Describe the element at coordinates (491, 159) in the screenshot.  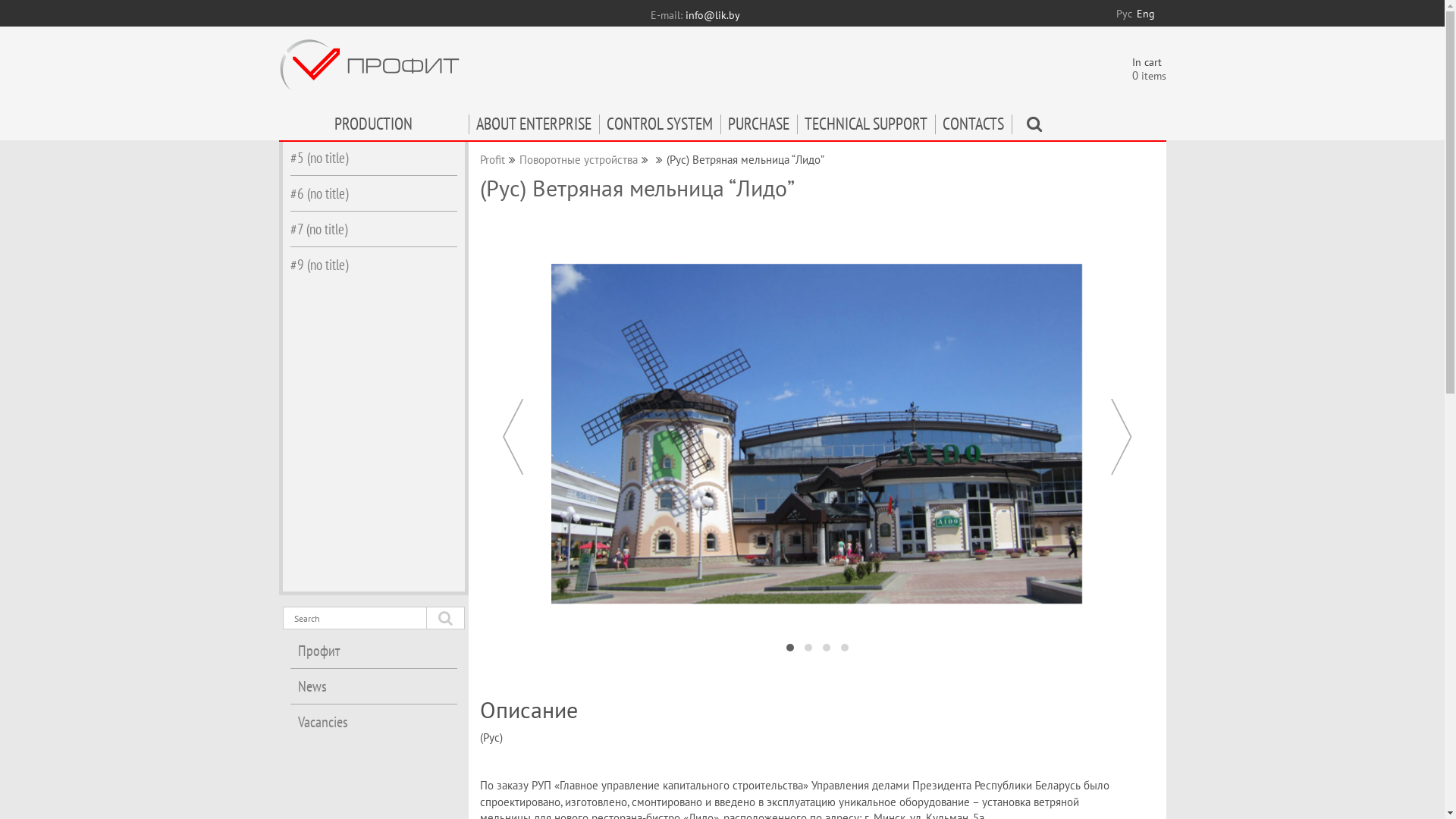
I see `'Profit'` at that location.